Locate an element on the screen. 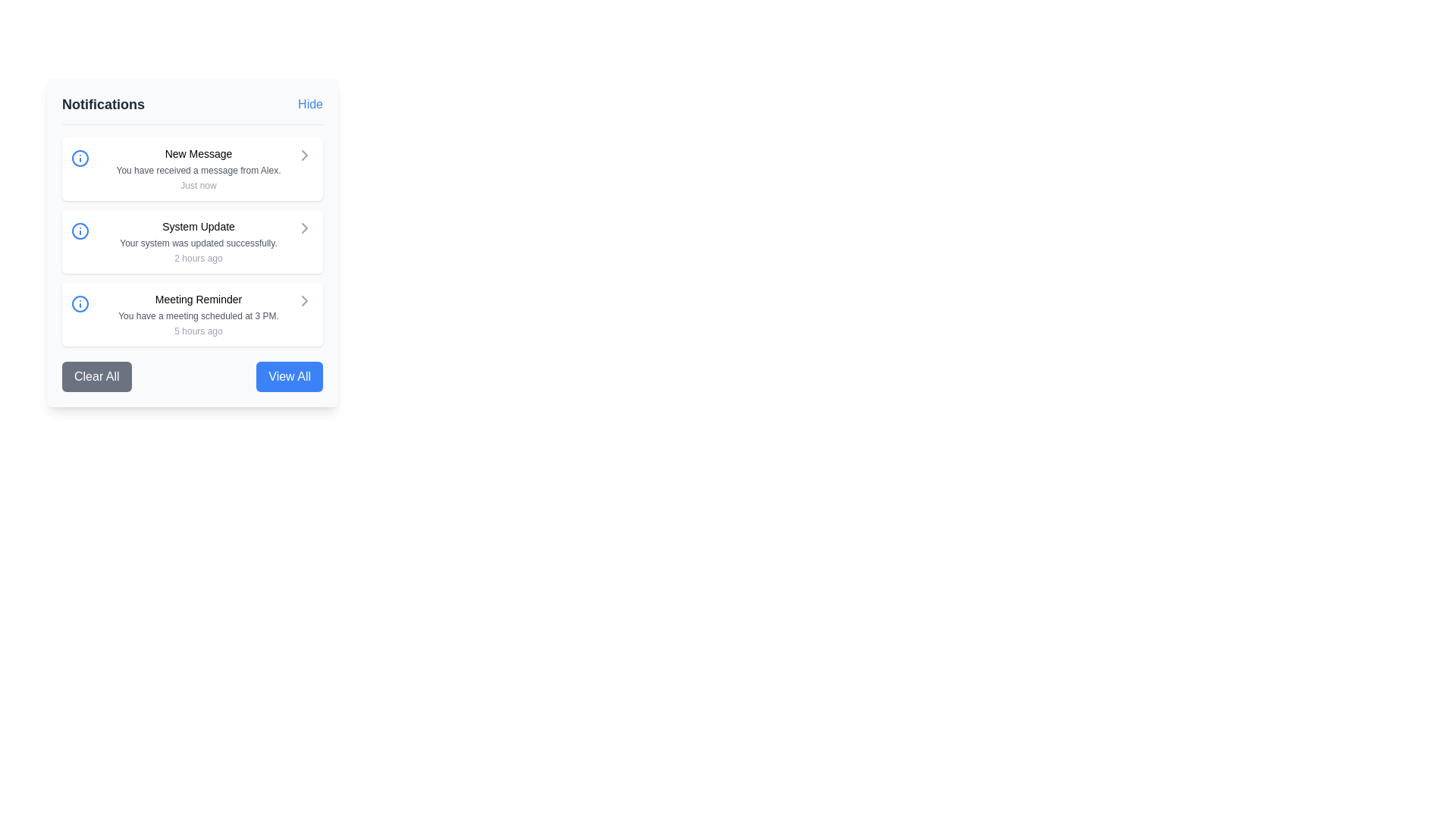 The image size is (1456, 819). the right-facing chevron arrow icon located in the notification panel next to the 'New Message' text is located at coordinates (304, 155).